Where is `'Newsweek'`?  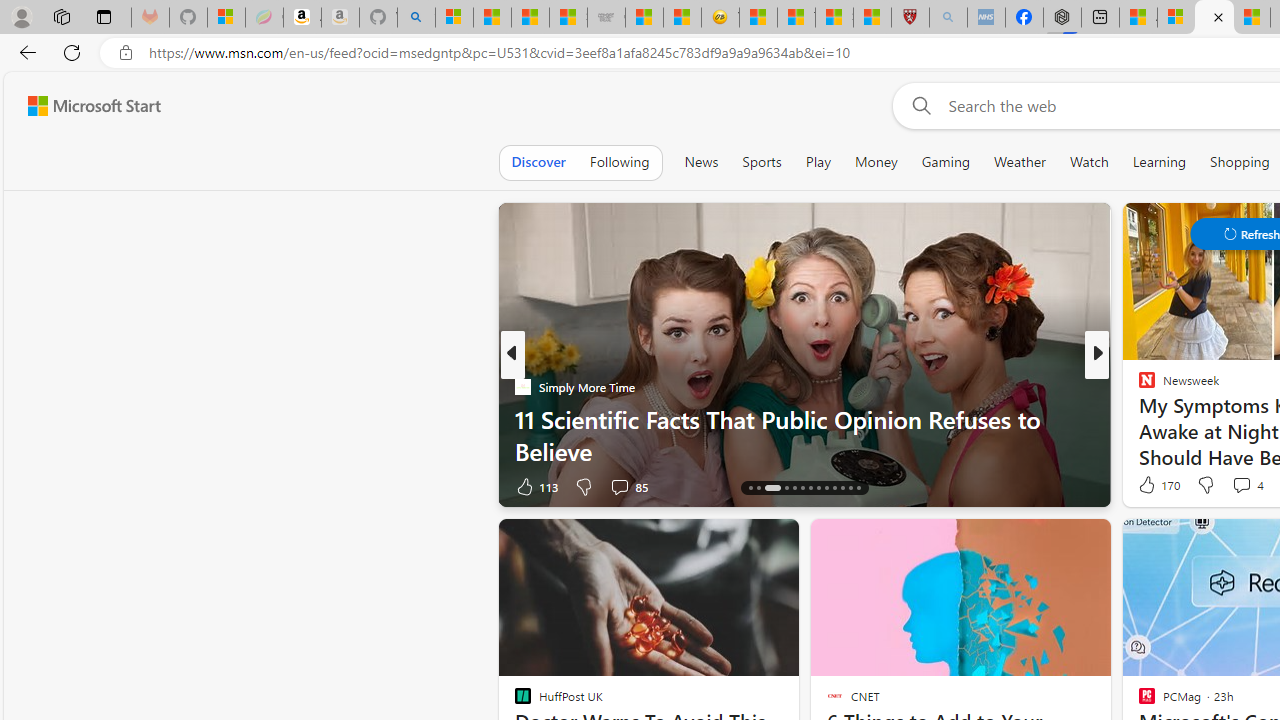 'Newsweek' is located at coordinates (1138, 387).